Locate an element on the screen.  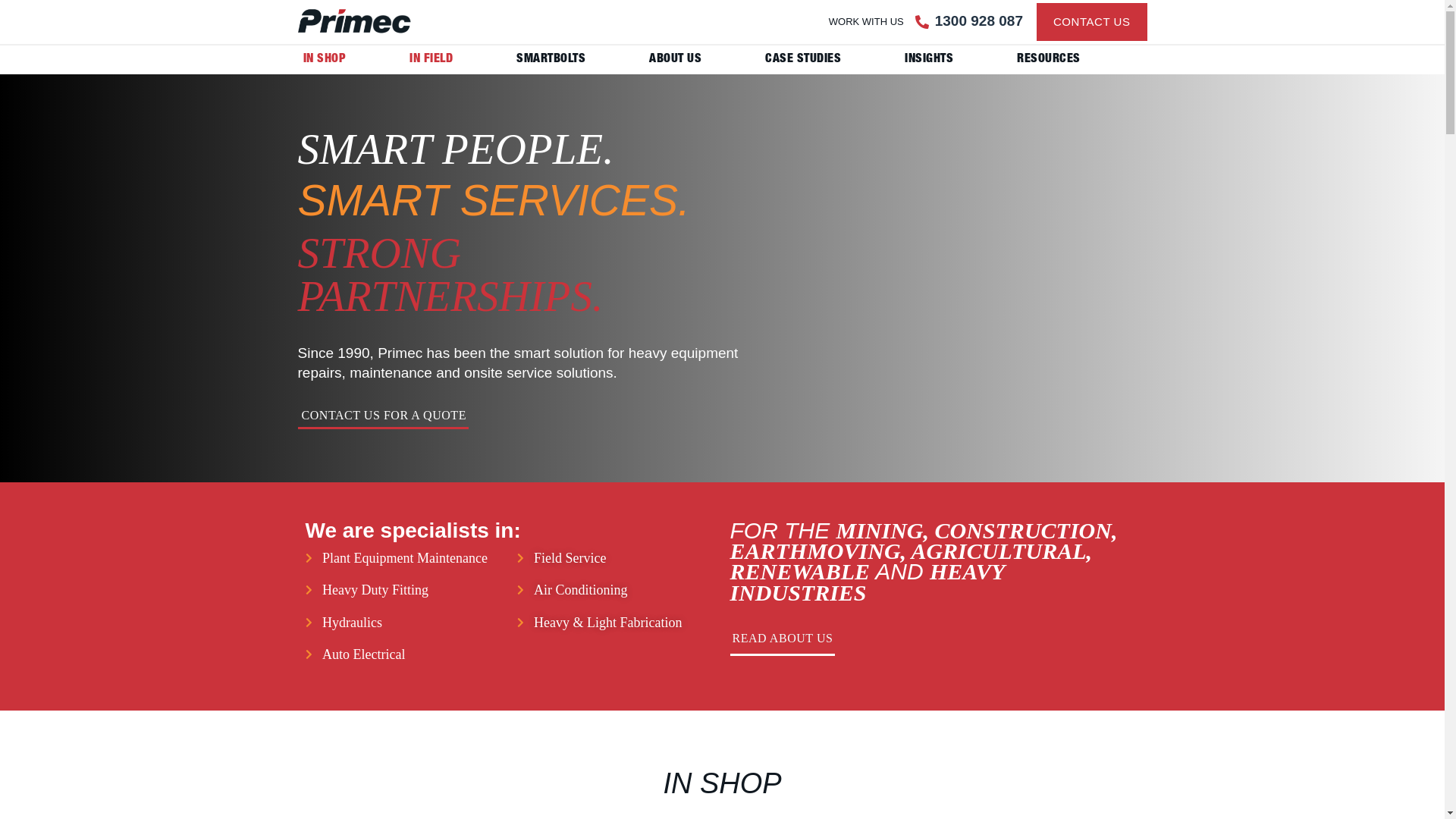
'CONTACT US FOR A QUOTE' is located at coordinates (382, 419).